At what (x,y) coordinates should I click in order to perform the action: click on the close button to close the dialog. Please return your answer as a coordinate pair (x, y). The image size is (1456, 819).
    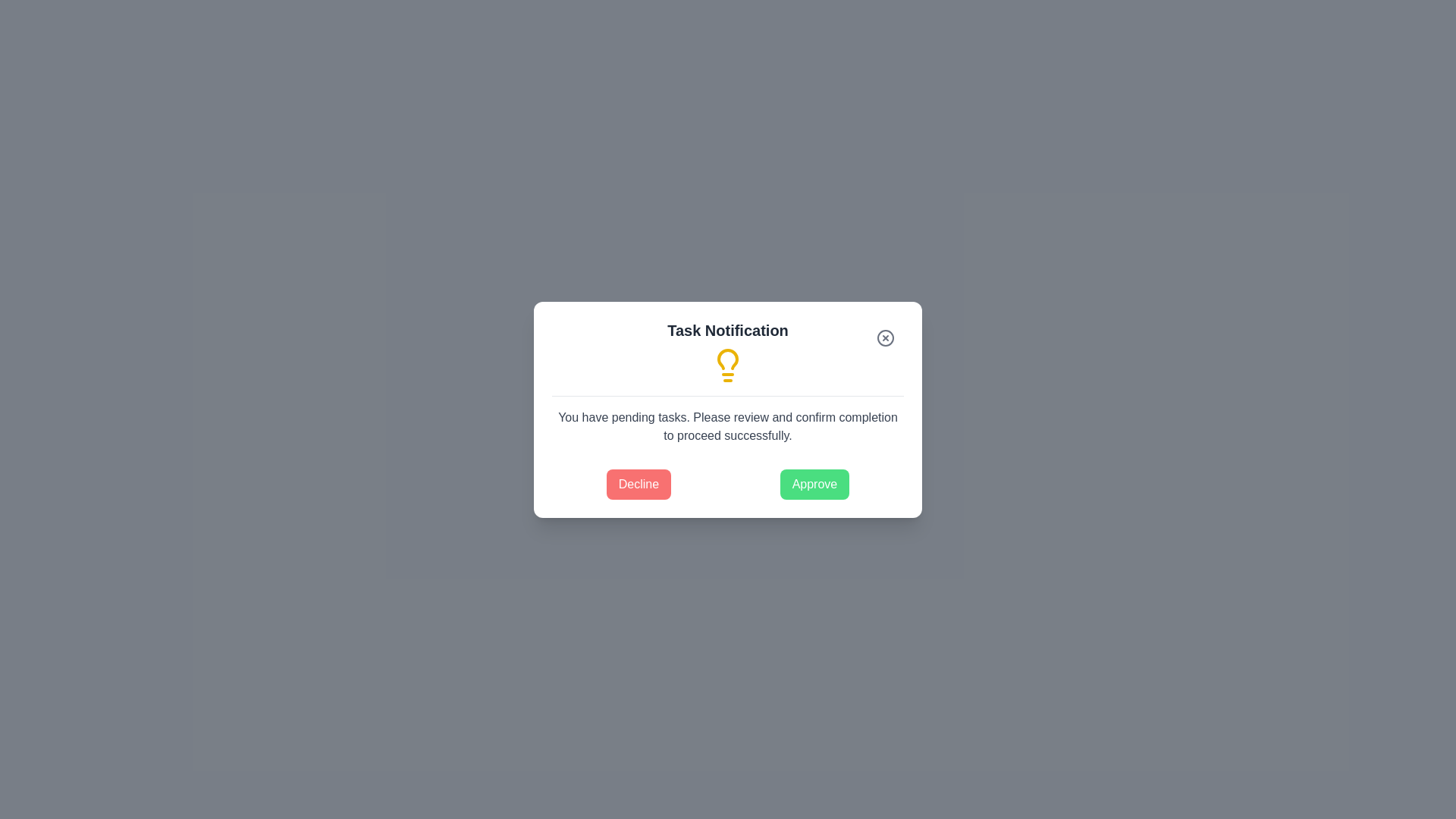
    Looking at the image, I should click on (885, 337).